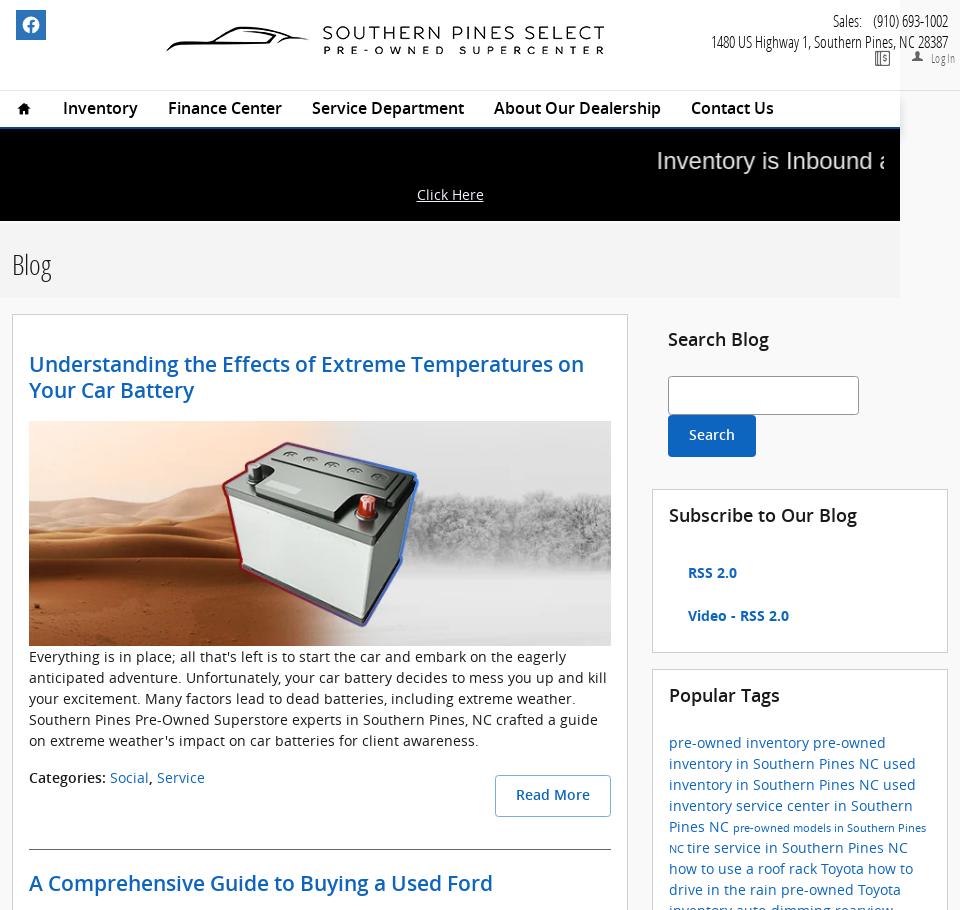 Image resolution: width=960 pixels, height=910 pixels. I want to click on 'pre-owned models in Southern Pines NC', so click(797, 837).